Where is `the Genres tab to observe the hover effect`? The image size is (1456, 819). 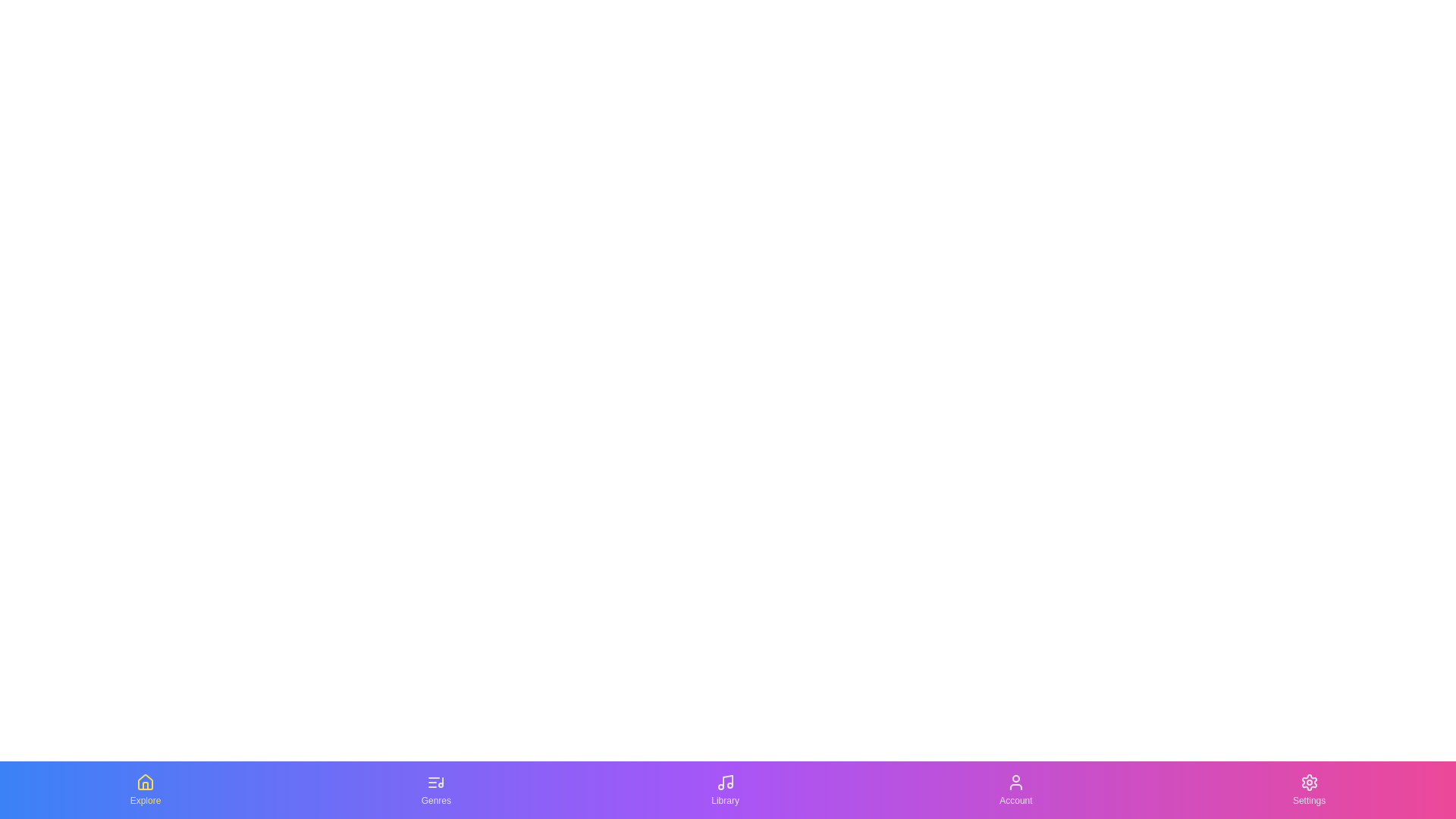
the Genres tab to observe the hover effect is located at coordinates (435, 789).